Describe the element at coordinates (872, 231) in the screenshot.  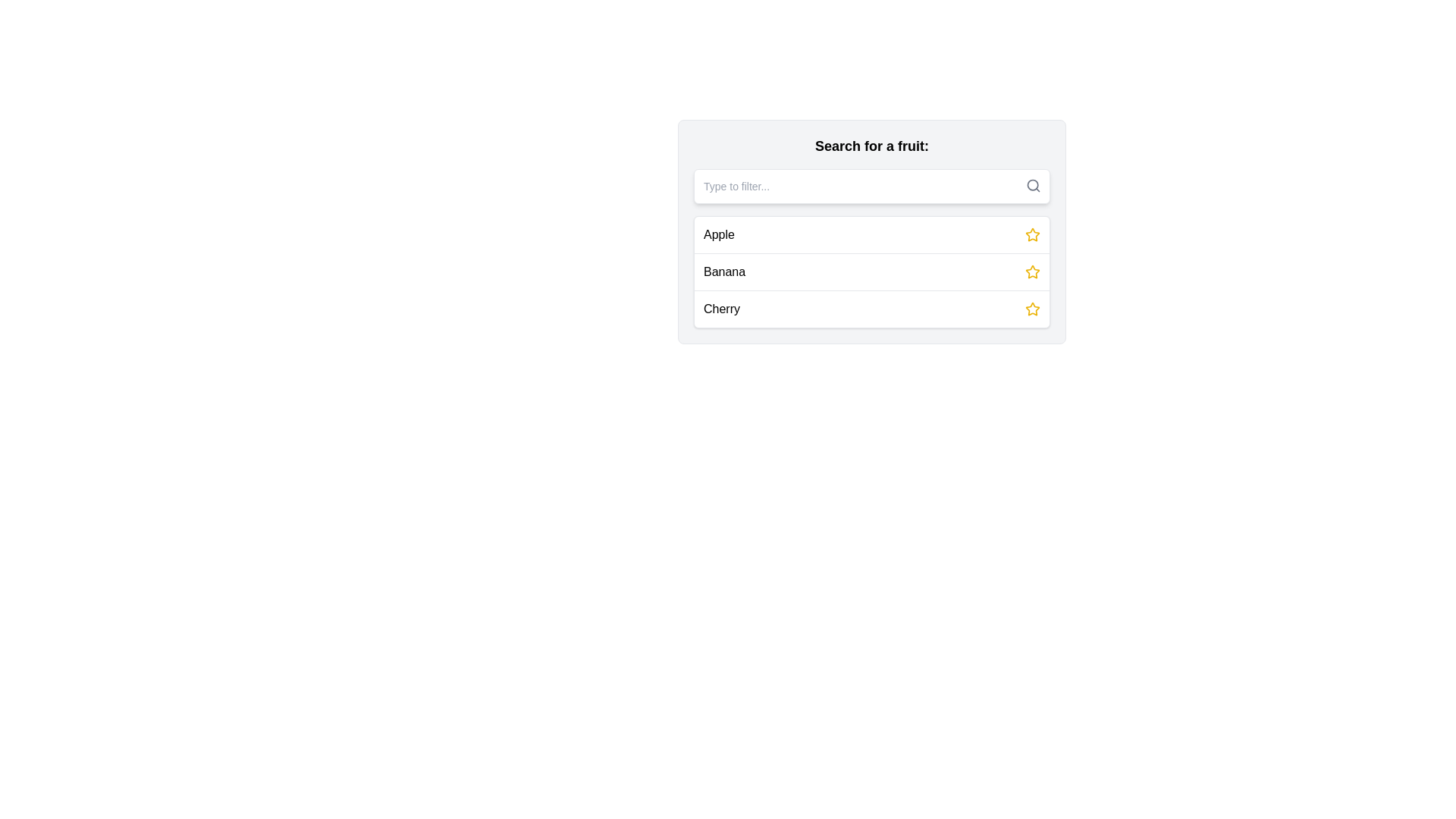
I see `the first entry in the dropdown menu labeled 'Apple'` at that location.